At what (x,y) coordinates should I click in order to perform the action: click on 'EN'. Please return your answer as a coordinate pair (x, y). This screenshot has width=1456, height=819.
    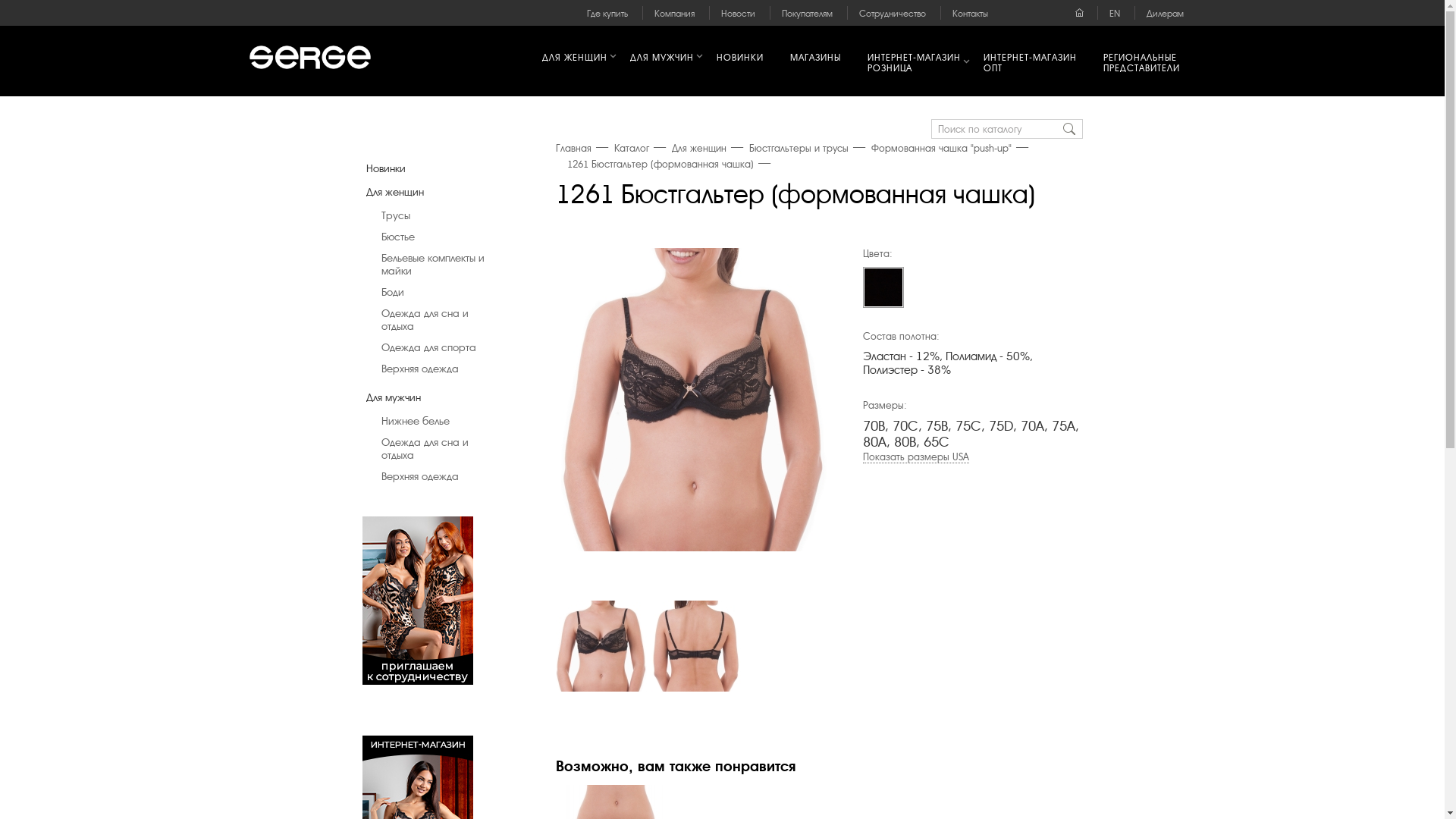
    Looking at the image, I should click on (1114, 14).